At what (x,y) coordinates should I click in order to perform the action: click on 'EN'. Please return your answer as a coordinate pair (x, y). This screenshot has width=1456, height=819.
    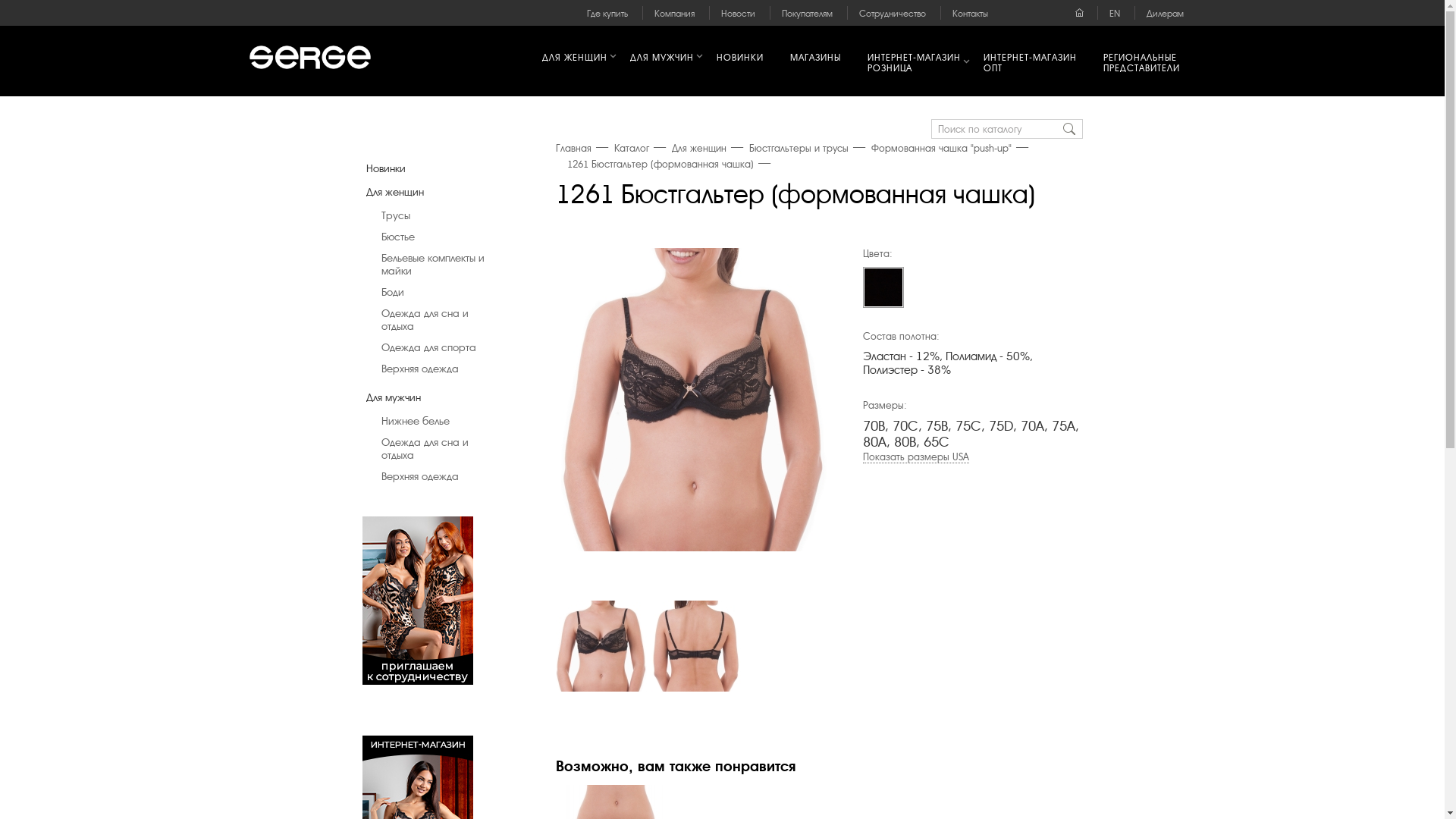
    Looking at the image, I should click on (1114, 14).